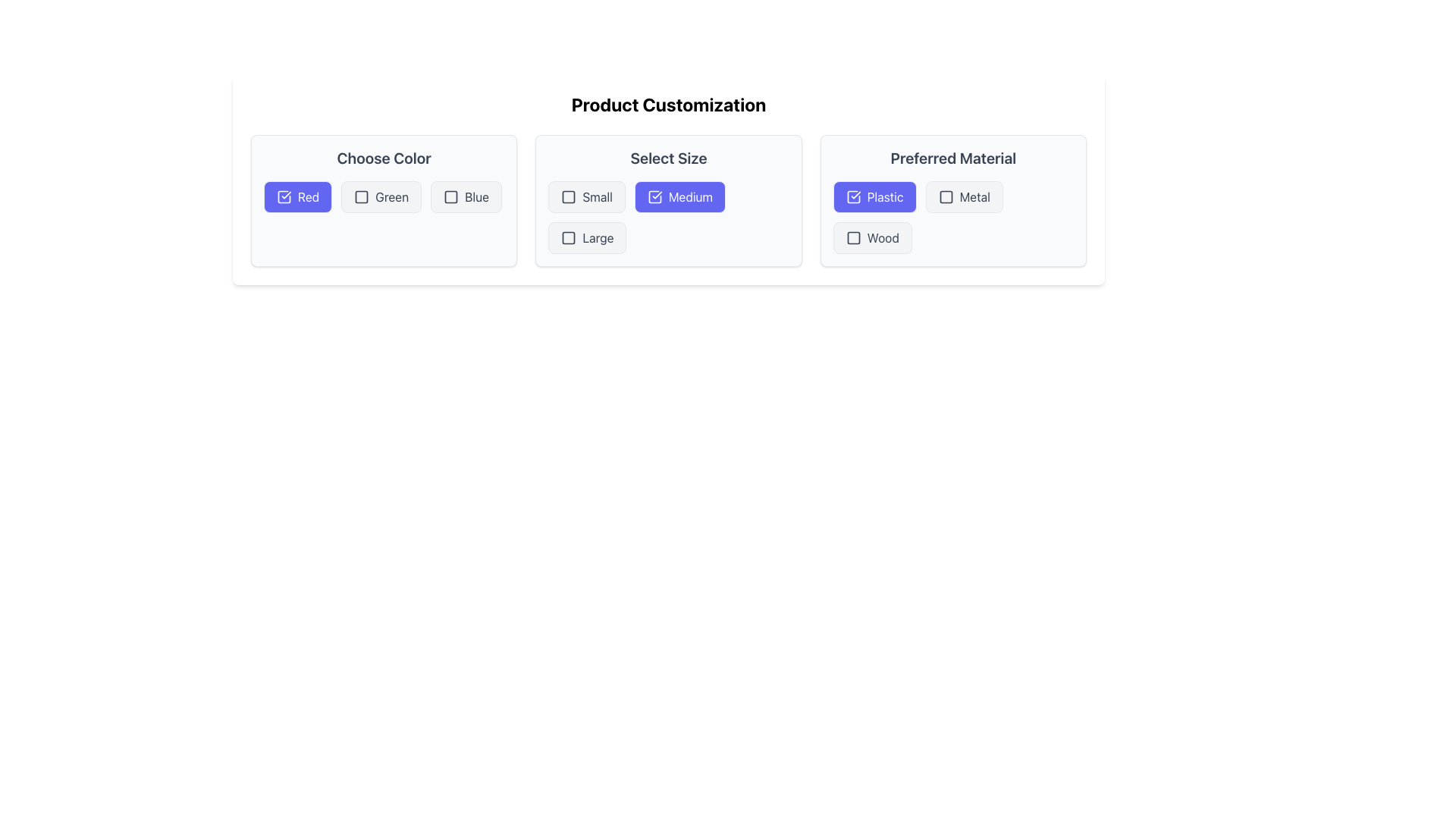 Image resolution: width=1456 pixels, height=819 pixels. What do you see at coordinates (853, 196) in the screenshot?
I see `the Checkbox indicator representing the selected state for the 'Plastic' option in the 'Preferred Material' section of the interface` at bounding box center [853, 196].